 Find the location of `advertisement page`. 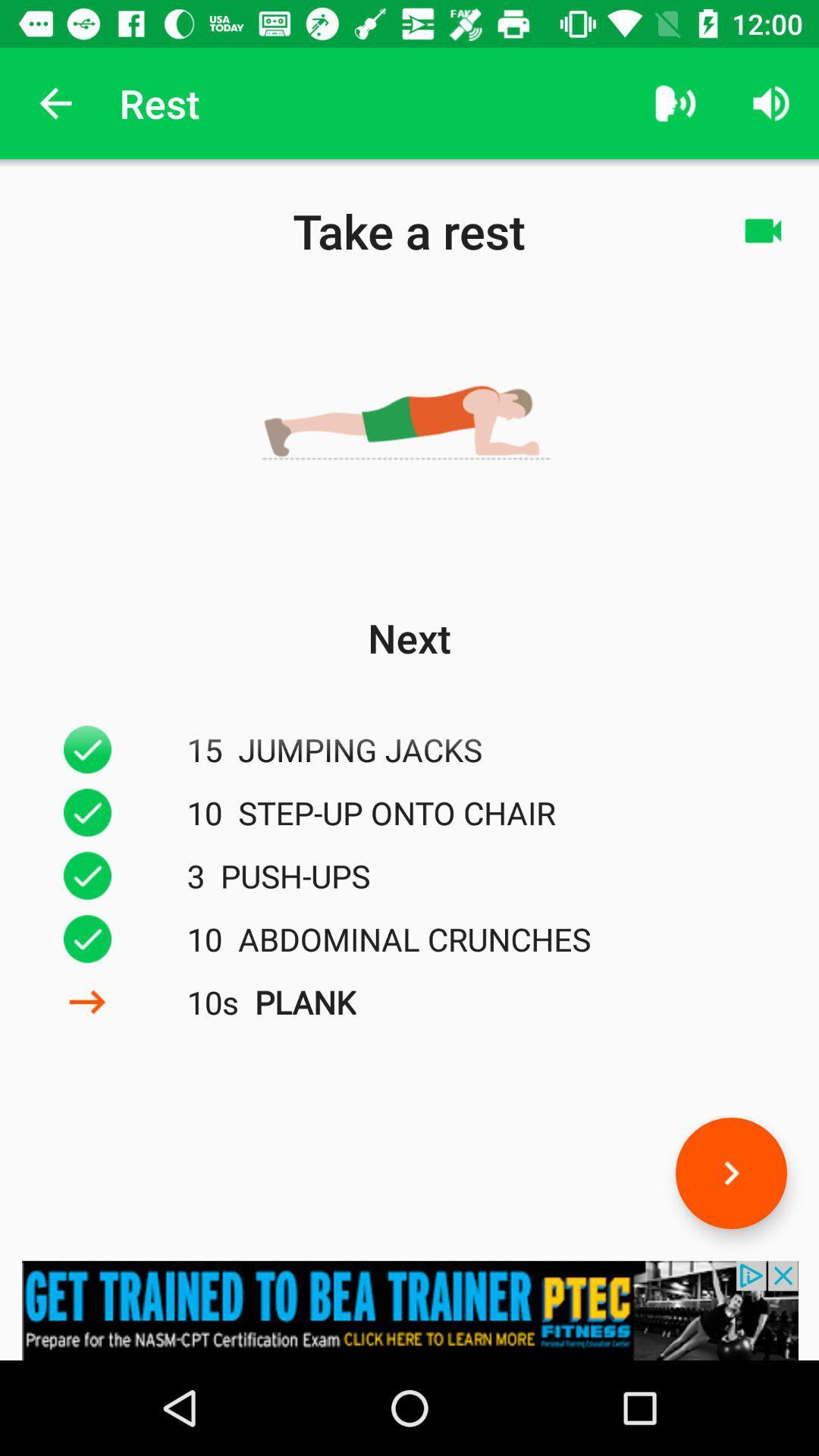

advertisement page is located at coordinates (409, 1310).